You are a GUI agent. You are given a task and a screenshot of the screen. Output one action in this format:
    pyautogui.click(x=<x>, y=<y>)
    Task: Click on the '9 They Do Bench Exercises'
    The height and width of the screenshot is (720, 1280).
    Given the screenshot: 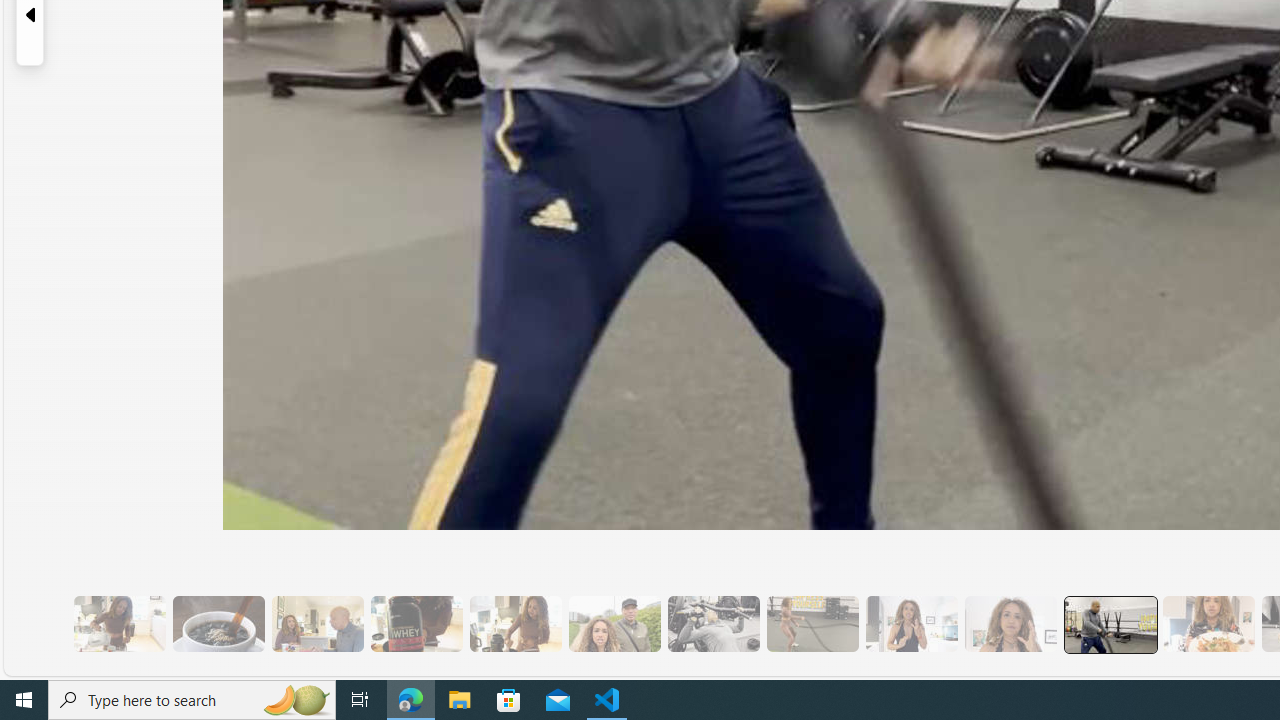 What is the action you would take?
    pyautogui.click(x=713, y=623)
    